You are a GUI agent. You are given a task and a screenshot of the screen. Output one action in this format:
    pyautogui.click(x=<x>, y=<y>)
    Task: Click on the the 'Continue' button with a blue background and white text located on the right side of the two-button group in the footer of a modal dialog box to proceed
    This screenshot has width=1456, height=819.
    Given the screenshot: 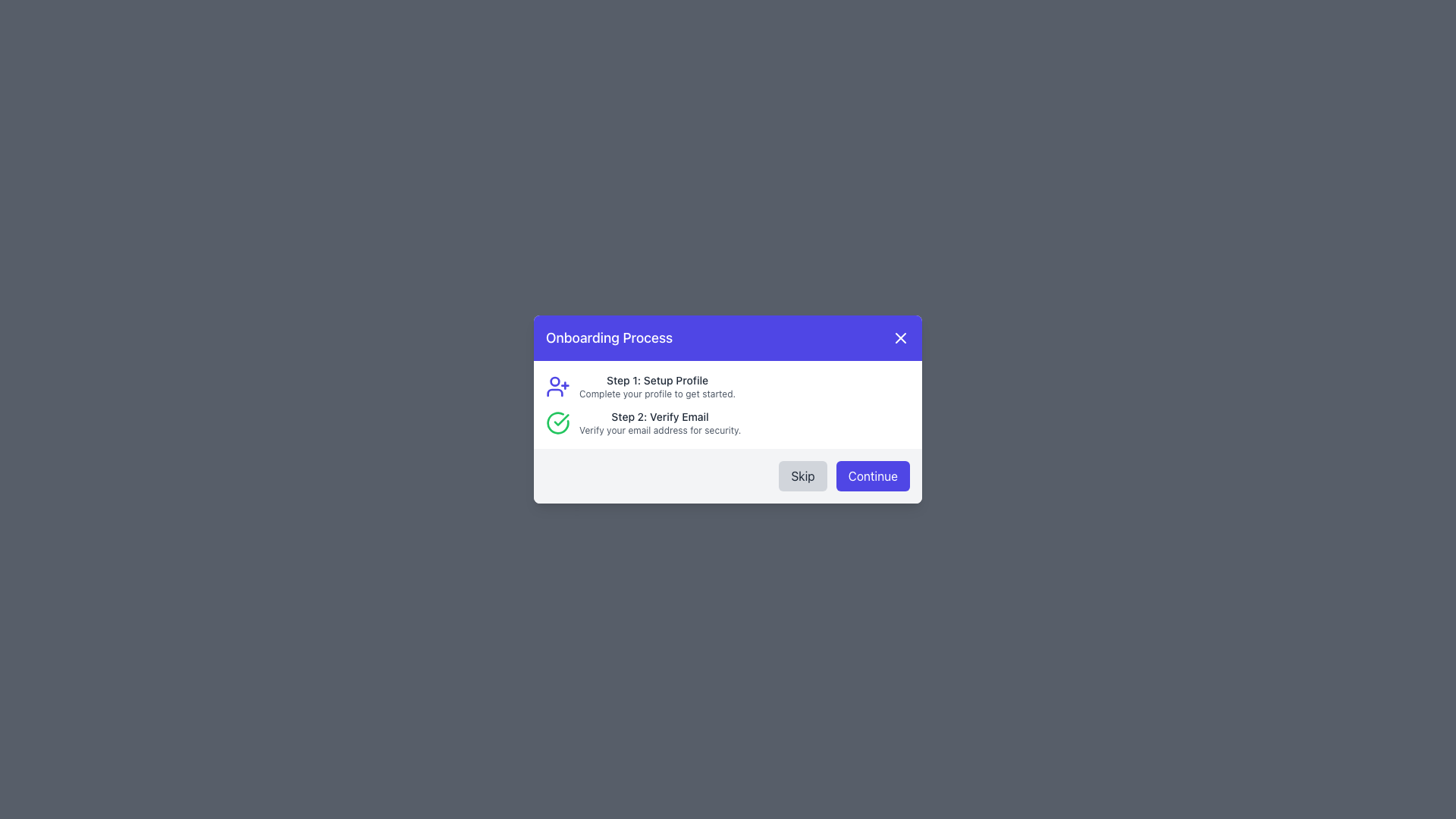 What is the action you would take?
    pyautogui.click(x=873, y=475)
    